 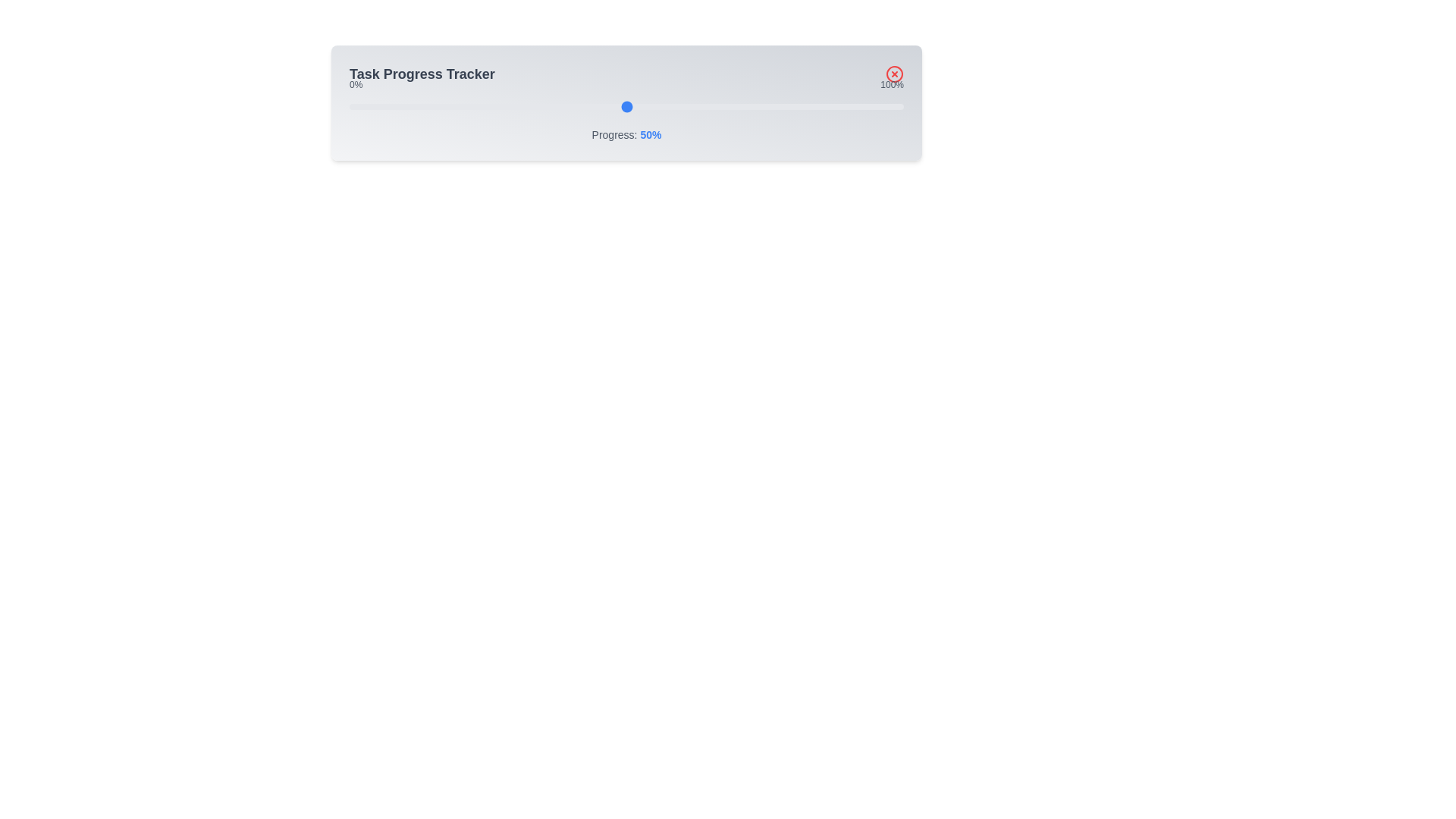 What do you see at coordinates (559, 106) in the screenshot?
I see `the slider` at bounding box center [559, 106].